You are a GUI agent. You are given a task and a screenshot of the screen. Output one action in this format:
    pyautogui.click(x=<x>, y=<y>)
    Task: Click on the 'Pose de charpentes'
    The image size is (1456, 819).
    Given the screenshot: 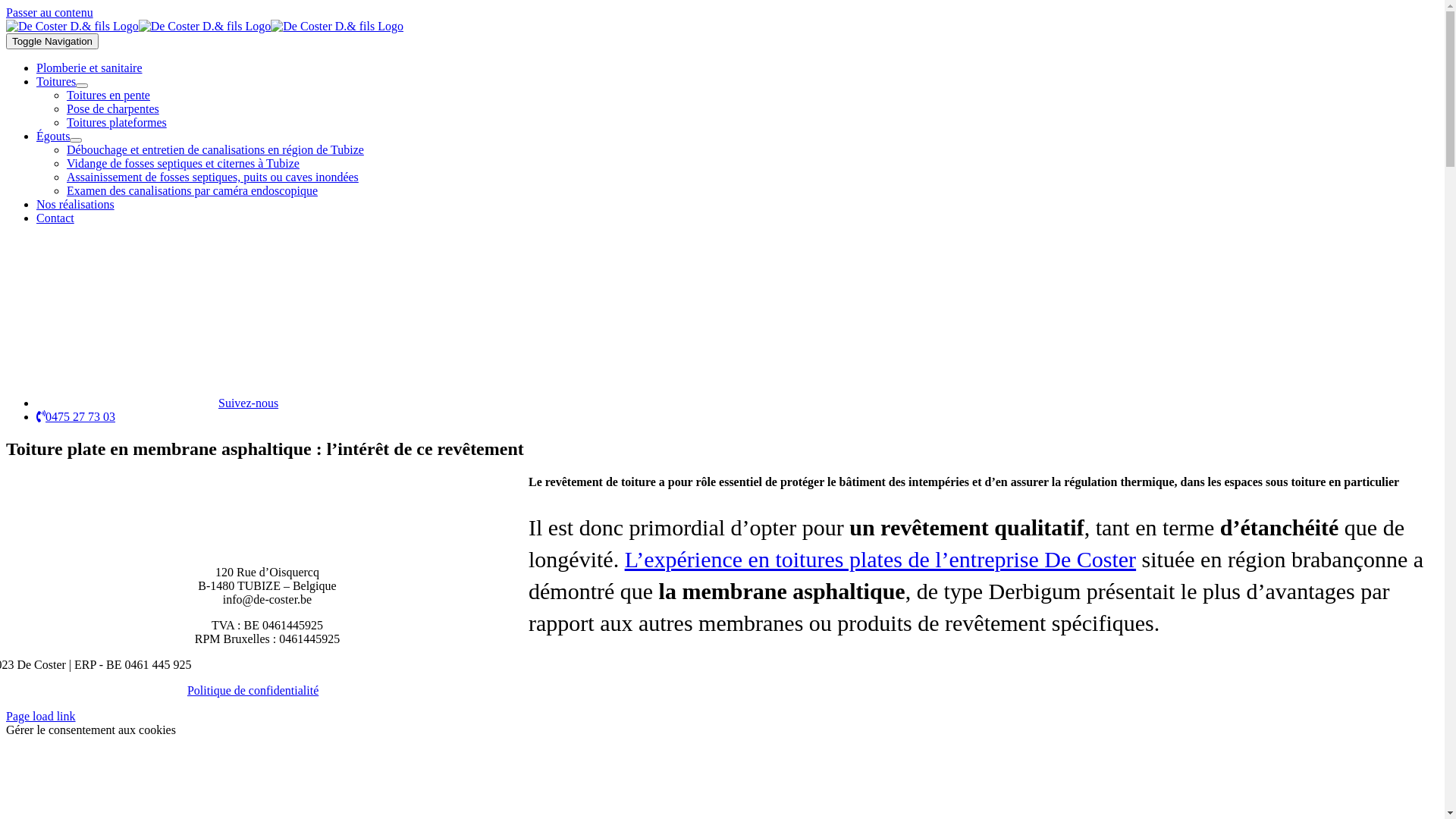 What is the action you would take?
    pyautogui.click(x=111, y=108)
    